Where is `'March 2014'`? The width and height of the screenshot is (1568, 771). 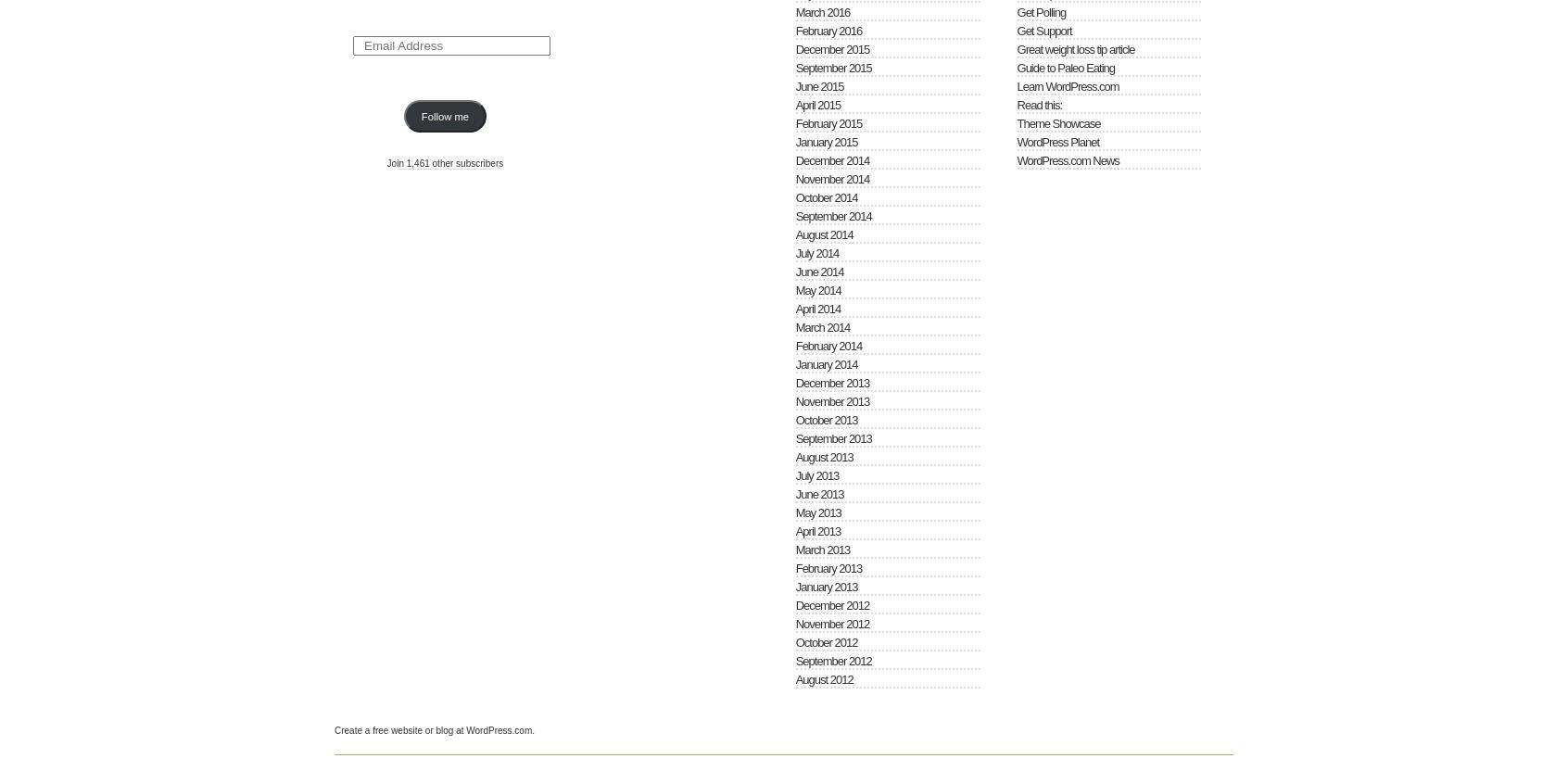
'March 2014' is located at coordinates (821, 327).